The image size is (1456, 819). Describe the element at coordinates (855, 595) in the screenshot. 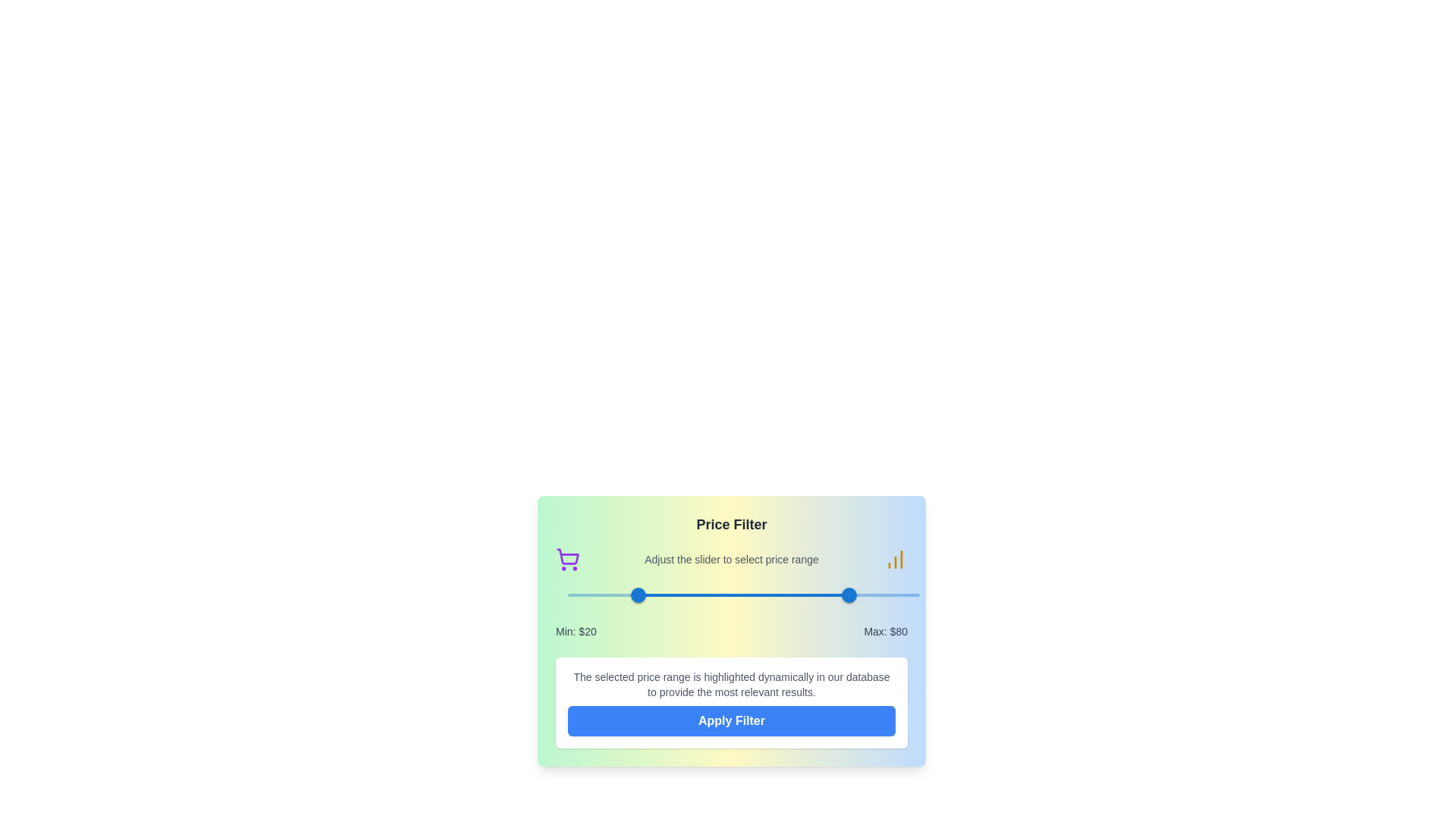

I see `slider value` at that location.